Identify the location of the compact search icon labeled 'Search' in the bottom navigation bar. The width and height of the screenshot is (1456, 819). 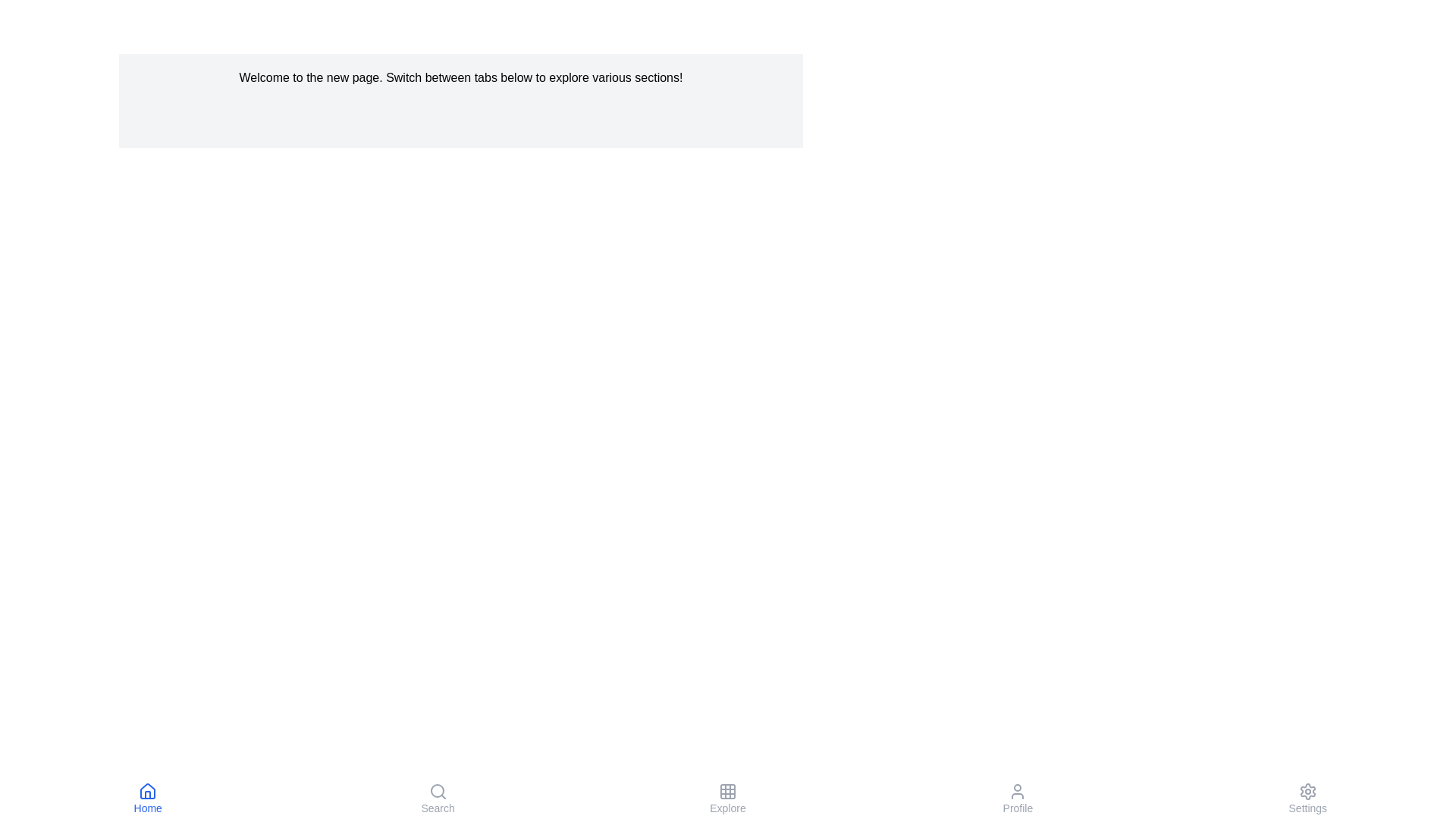
(437, 798).